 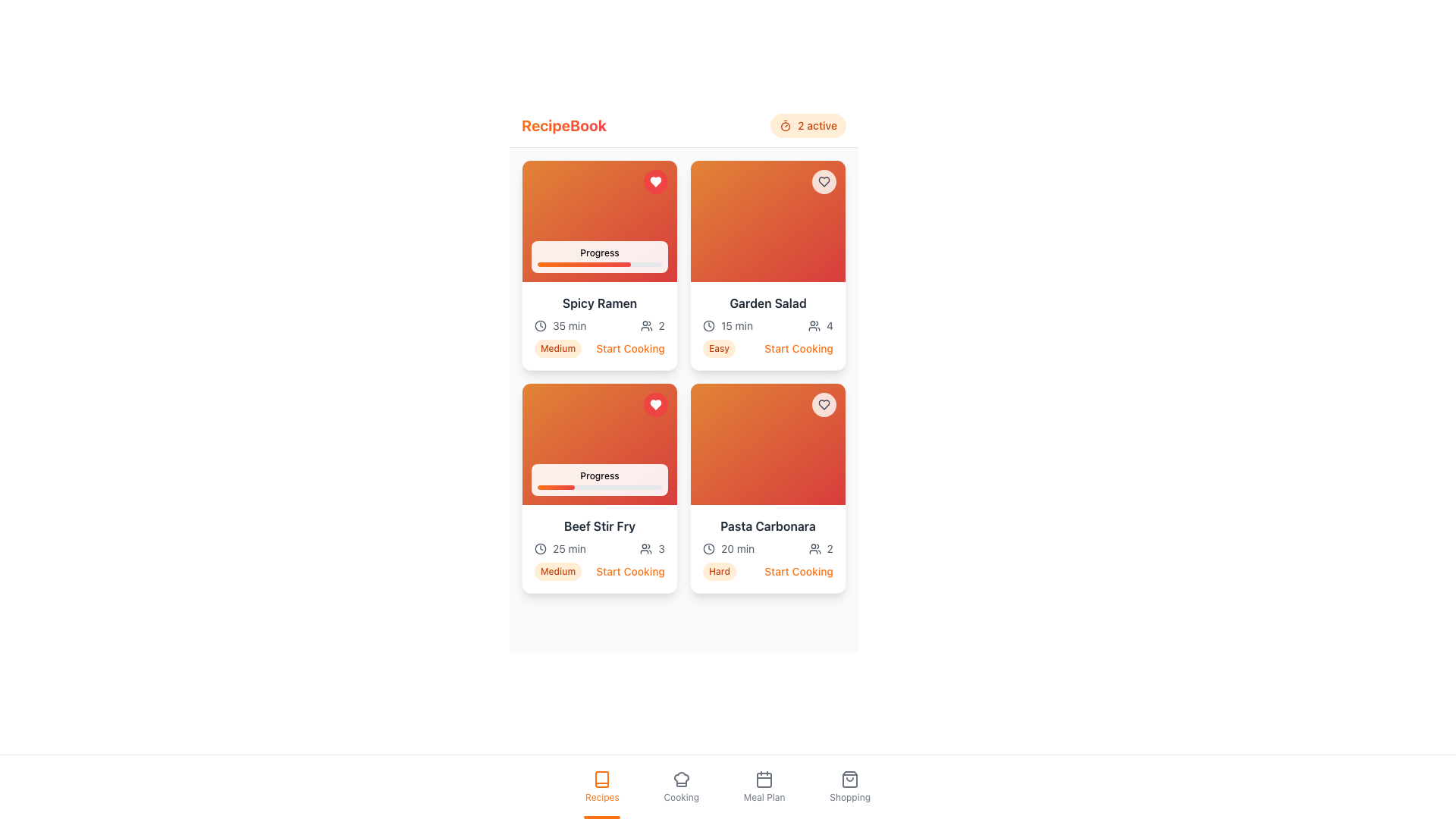 I want to click on the static text displaying the numeral '2' next to the user group icon in the lower section of the 'Spicy Ramen' card, so click(x=661, y=325).